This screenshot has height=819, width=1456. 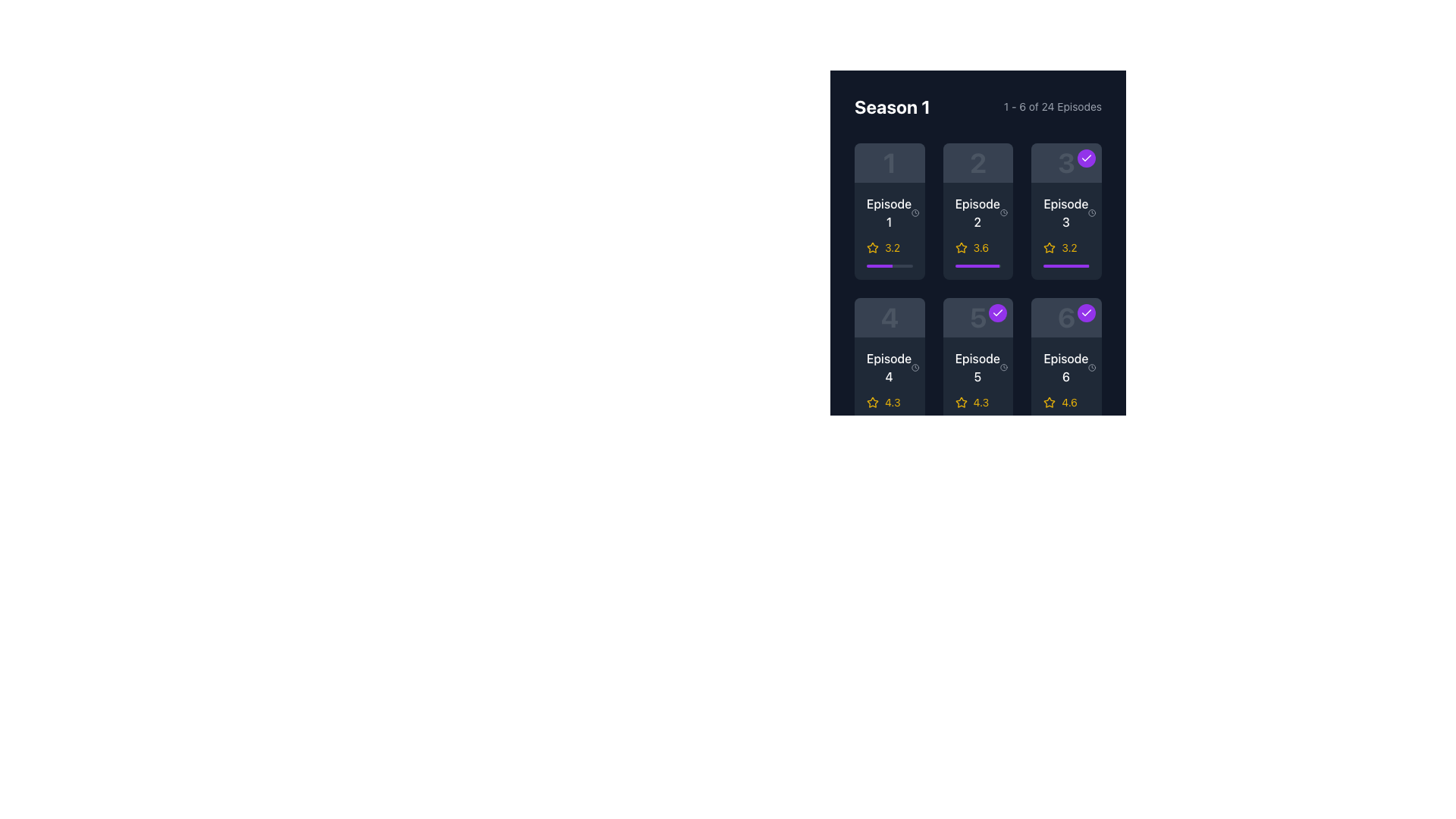 What do you see at coordinates (977, 213) in the screenshot?
I see `the Text label indicating 'Episode 2' located in the second column and first row of the grid, positioned above a '3.6' rating and below the episode icon` at bounding box center [977, 213].